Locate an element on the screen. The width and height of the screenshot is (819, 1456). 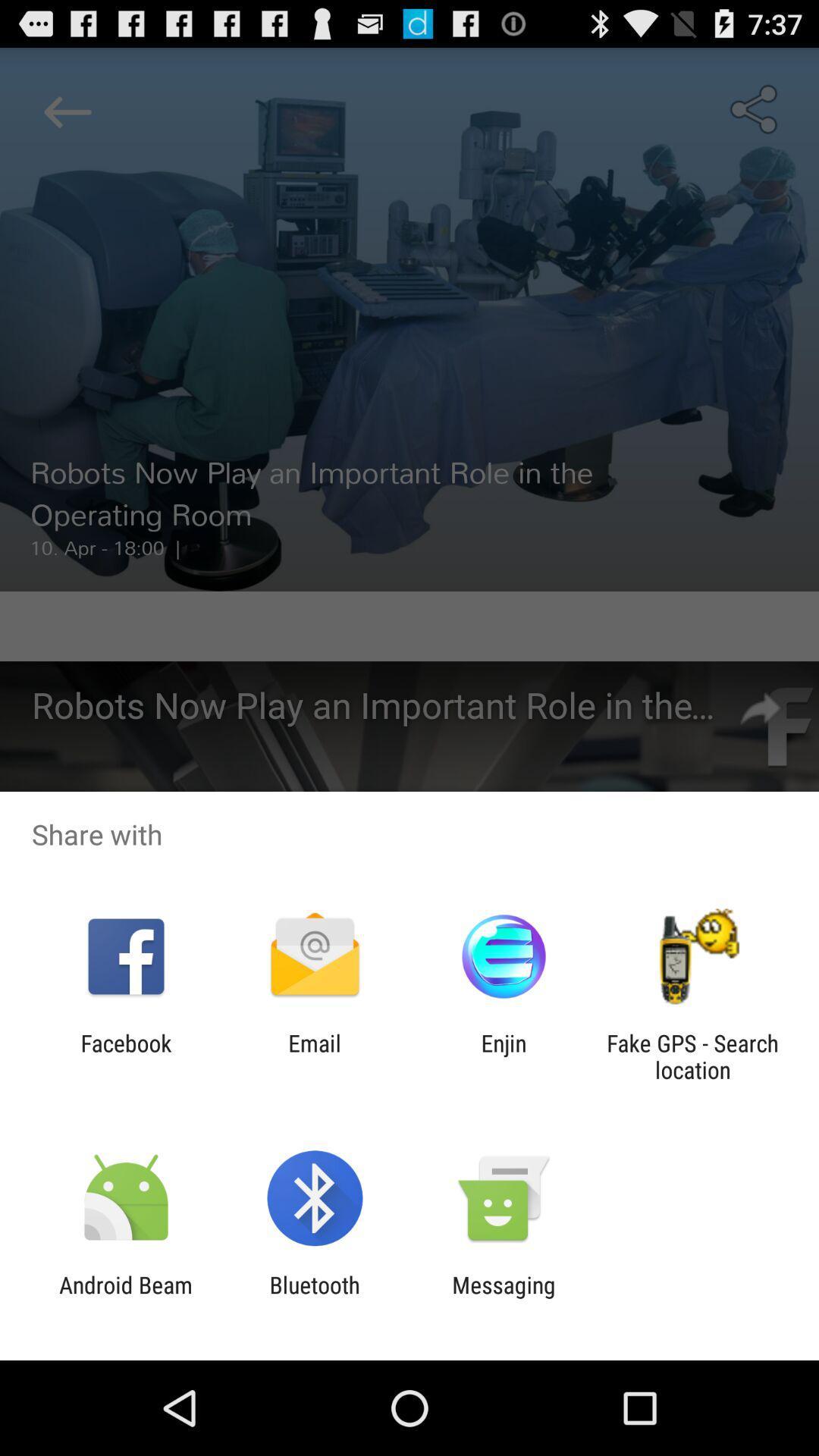
icon at the bottom right corner is located at coordinates (692, 1056).